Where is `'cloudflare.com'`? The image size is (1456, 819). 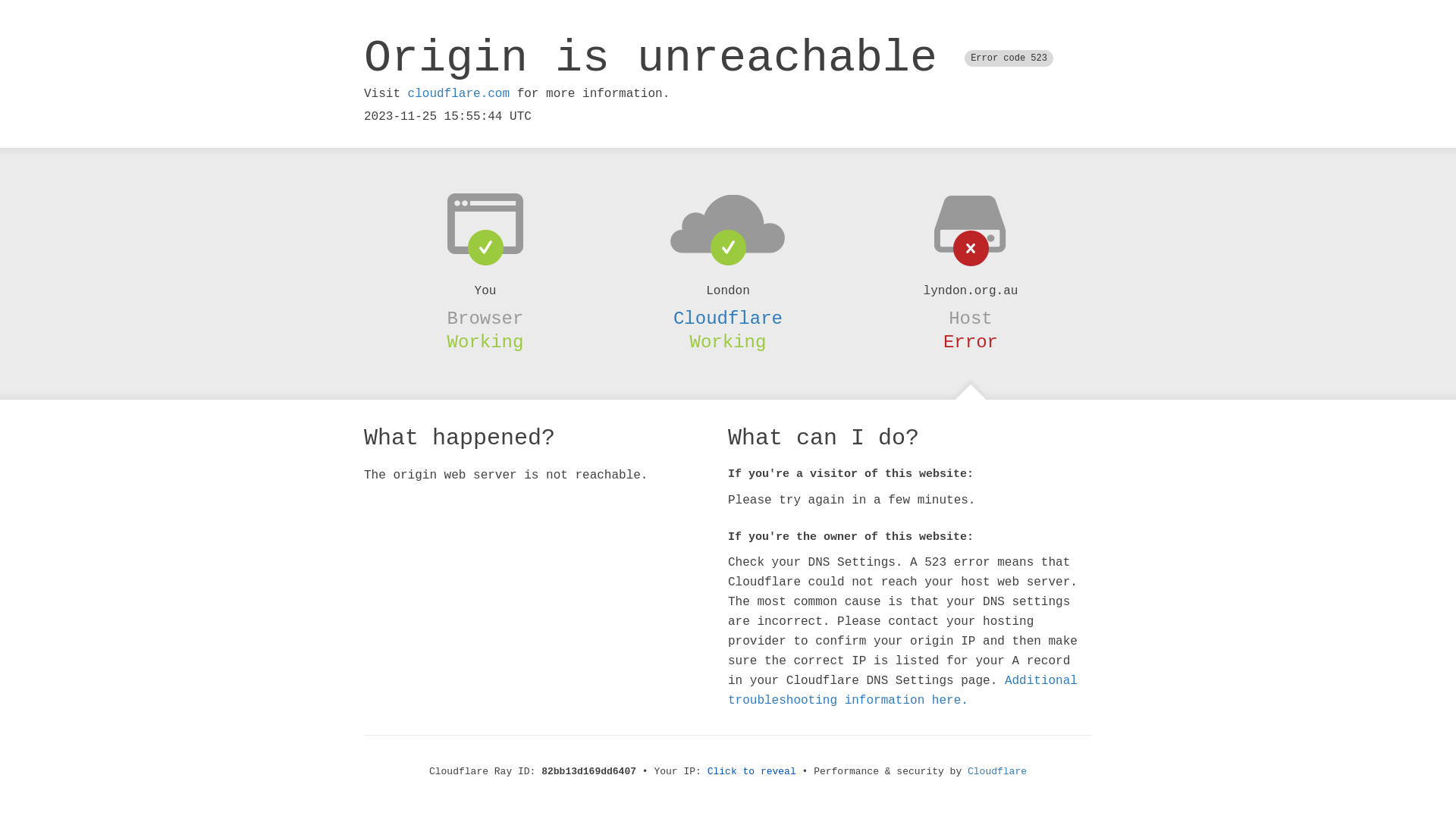 'cloudflare.com' is located at coordinates (457, 93).